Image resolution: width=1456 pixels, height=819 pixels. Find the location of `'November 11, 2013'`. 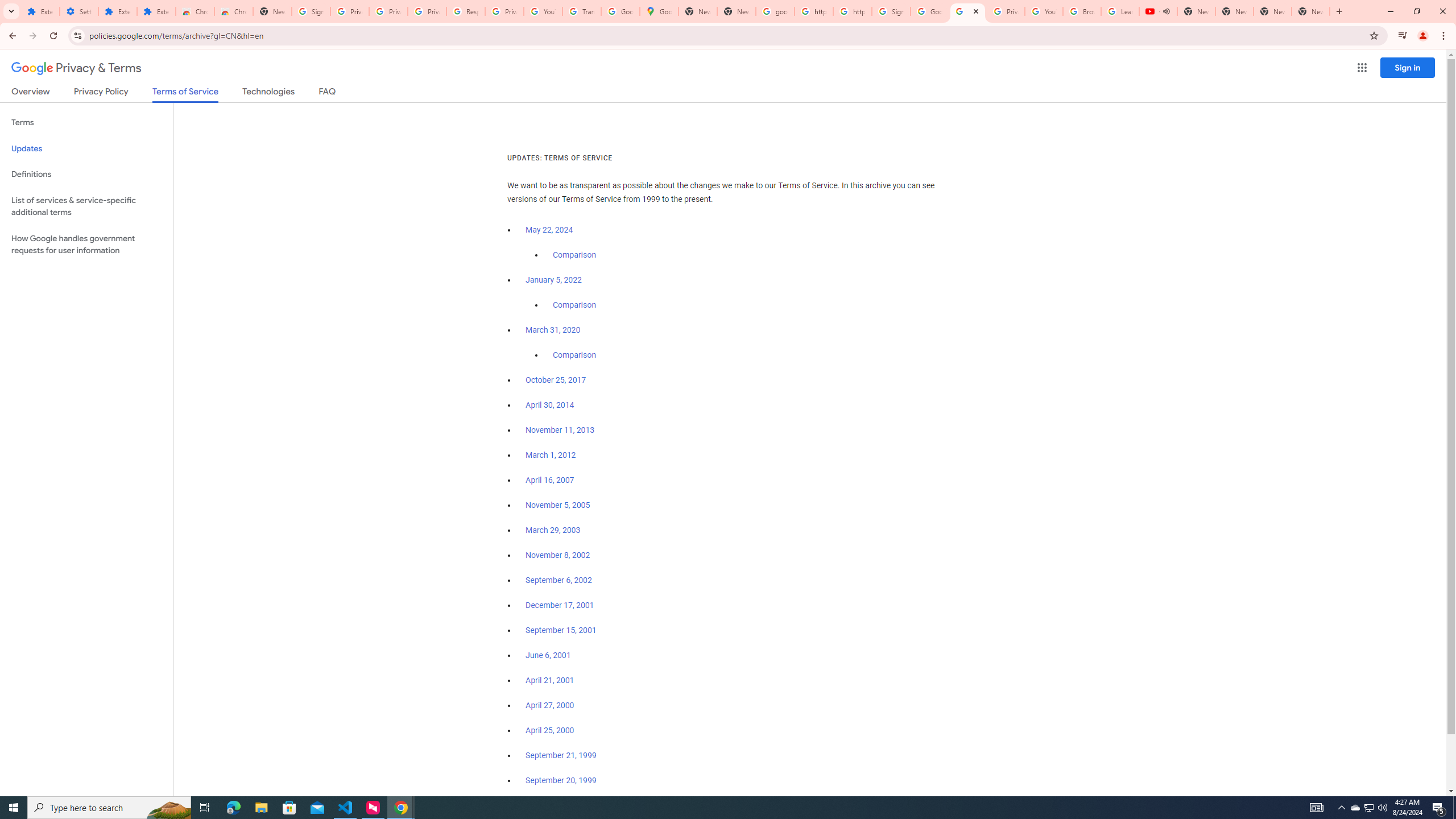

'November 11, 2013' is located at coordinates (560, 429).